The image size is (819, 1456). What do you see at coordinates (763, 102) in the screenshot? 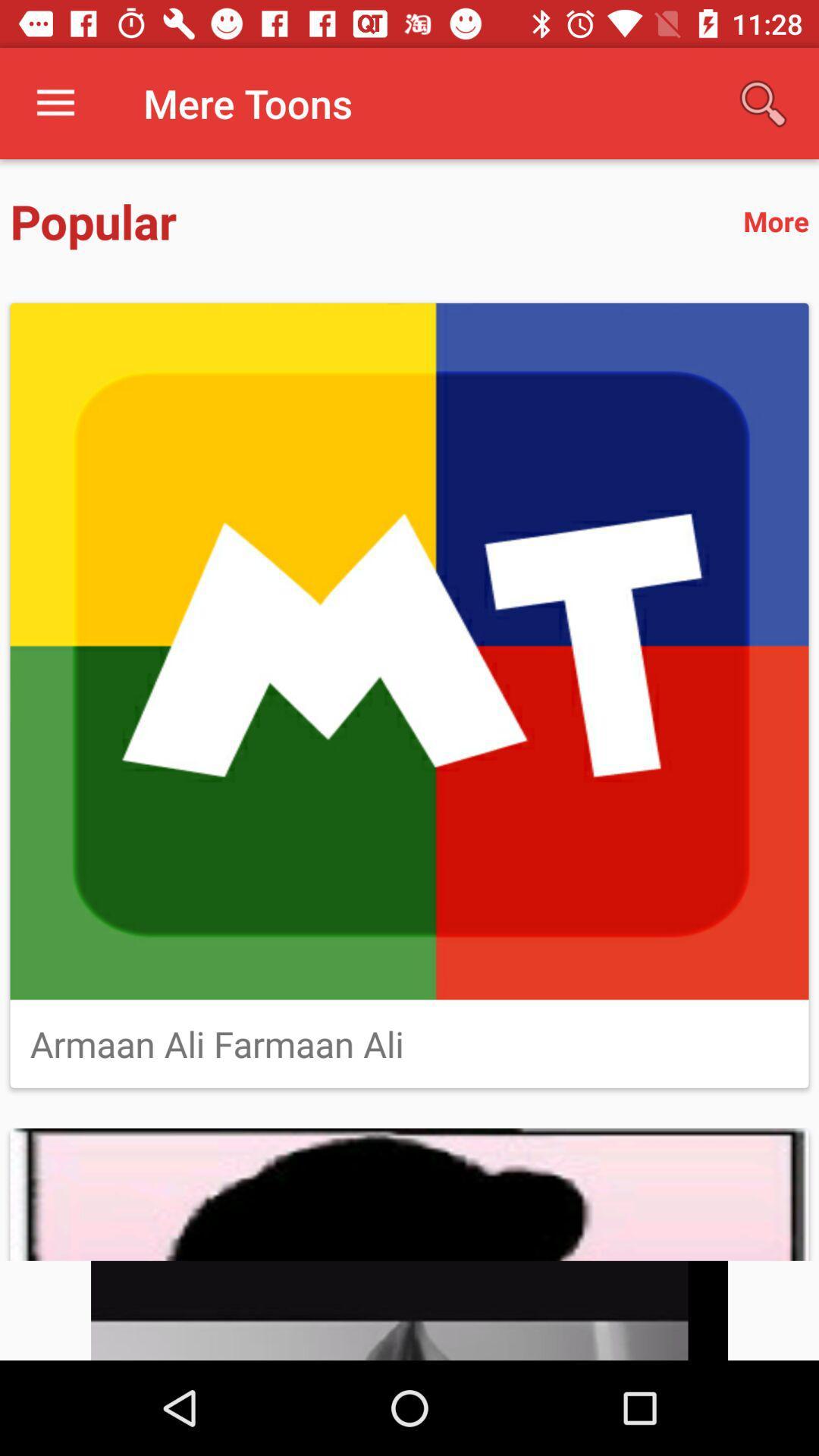
I see `the icon above more` at bounding box center [763, 102].